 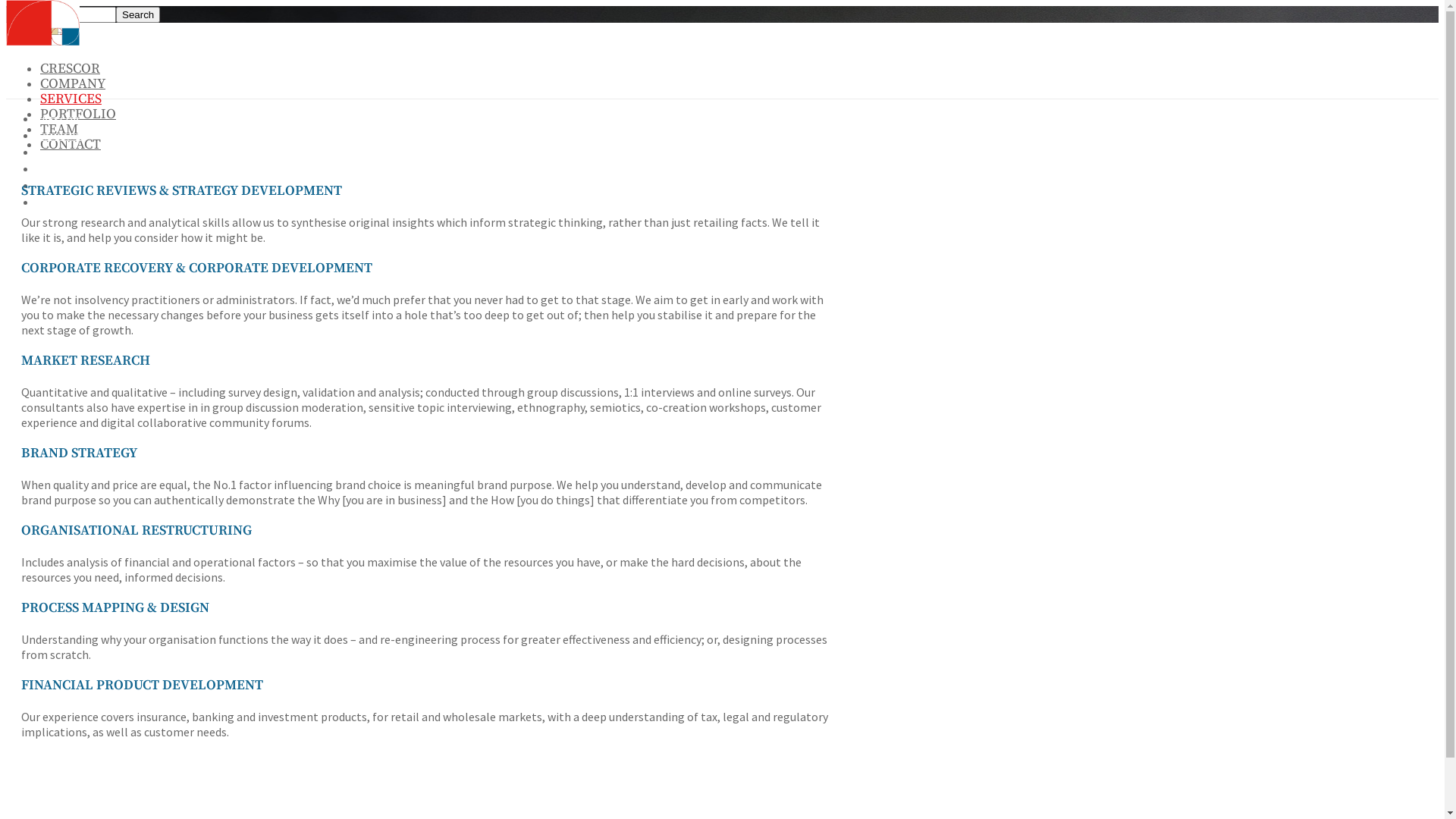 What do you see at coordinates (138, 14) in the screenshot?
I see `'Search'` at bounding box center [138, 14].